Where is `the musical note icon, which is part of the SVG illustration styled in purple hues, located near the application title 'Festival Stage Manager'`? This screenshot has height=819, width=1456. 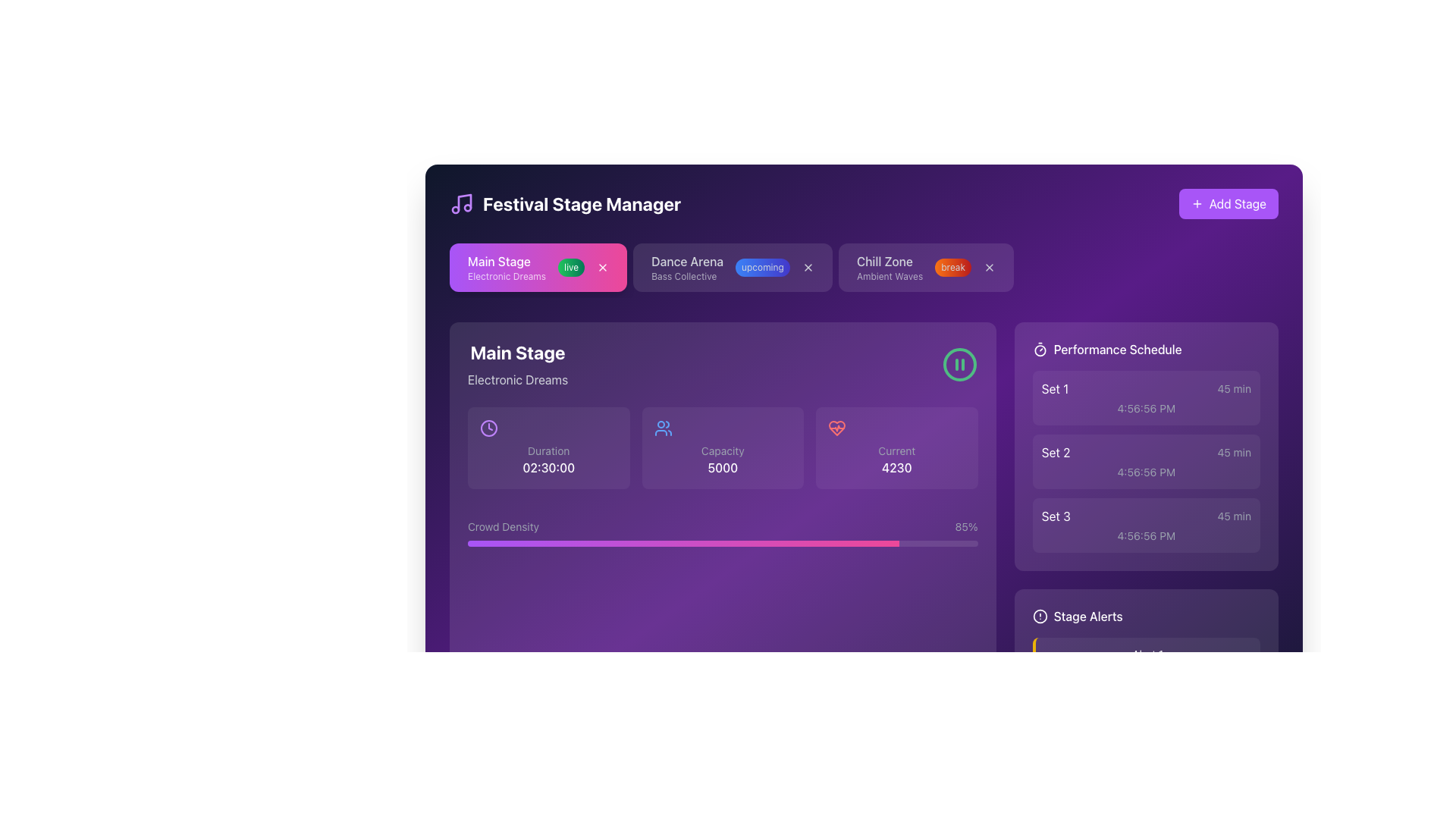 the musical note icon, which is part of the SVG illustration styled in purple hues, located near the application title 'Festival Stage Manager' is located at coordinates (464, 201).